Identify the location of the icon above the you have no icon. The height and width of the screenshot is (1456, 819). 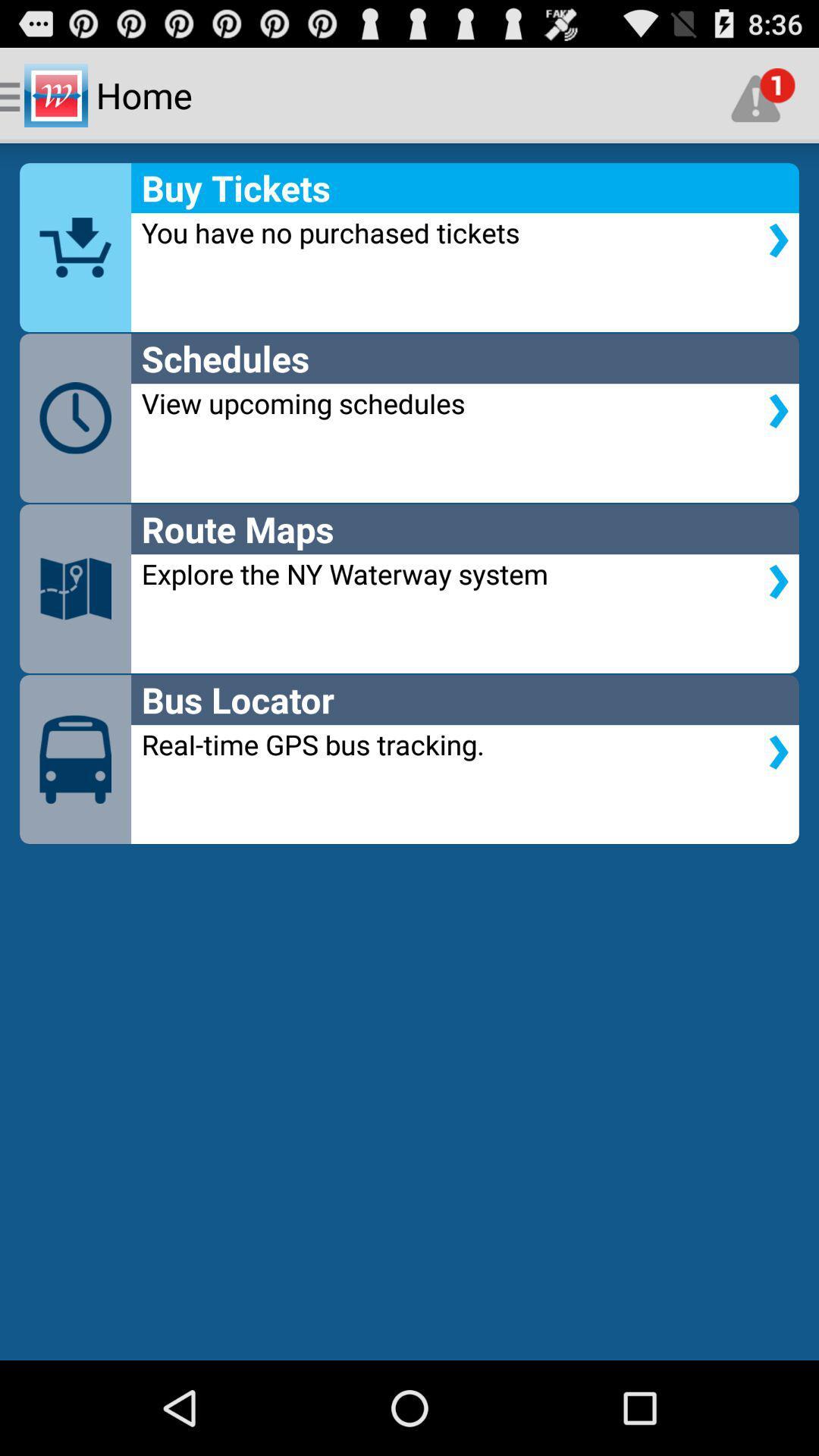
(763, 94).